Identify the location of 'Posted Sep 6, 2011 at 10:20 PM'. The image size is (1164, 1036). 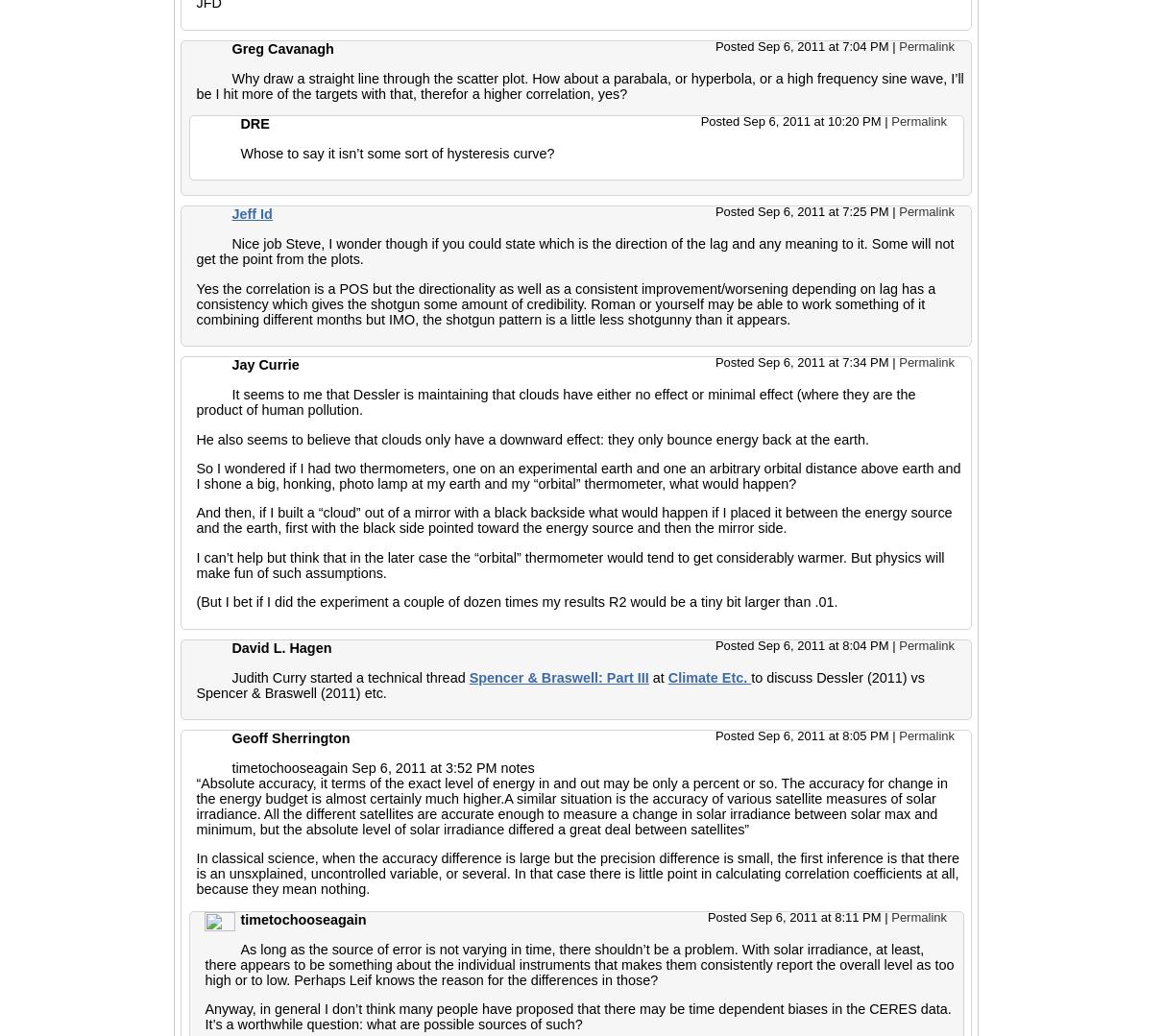
(791, 120).